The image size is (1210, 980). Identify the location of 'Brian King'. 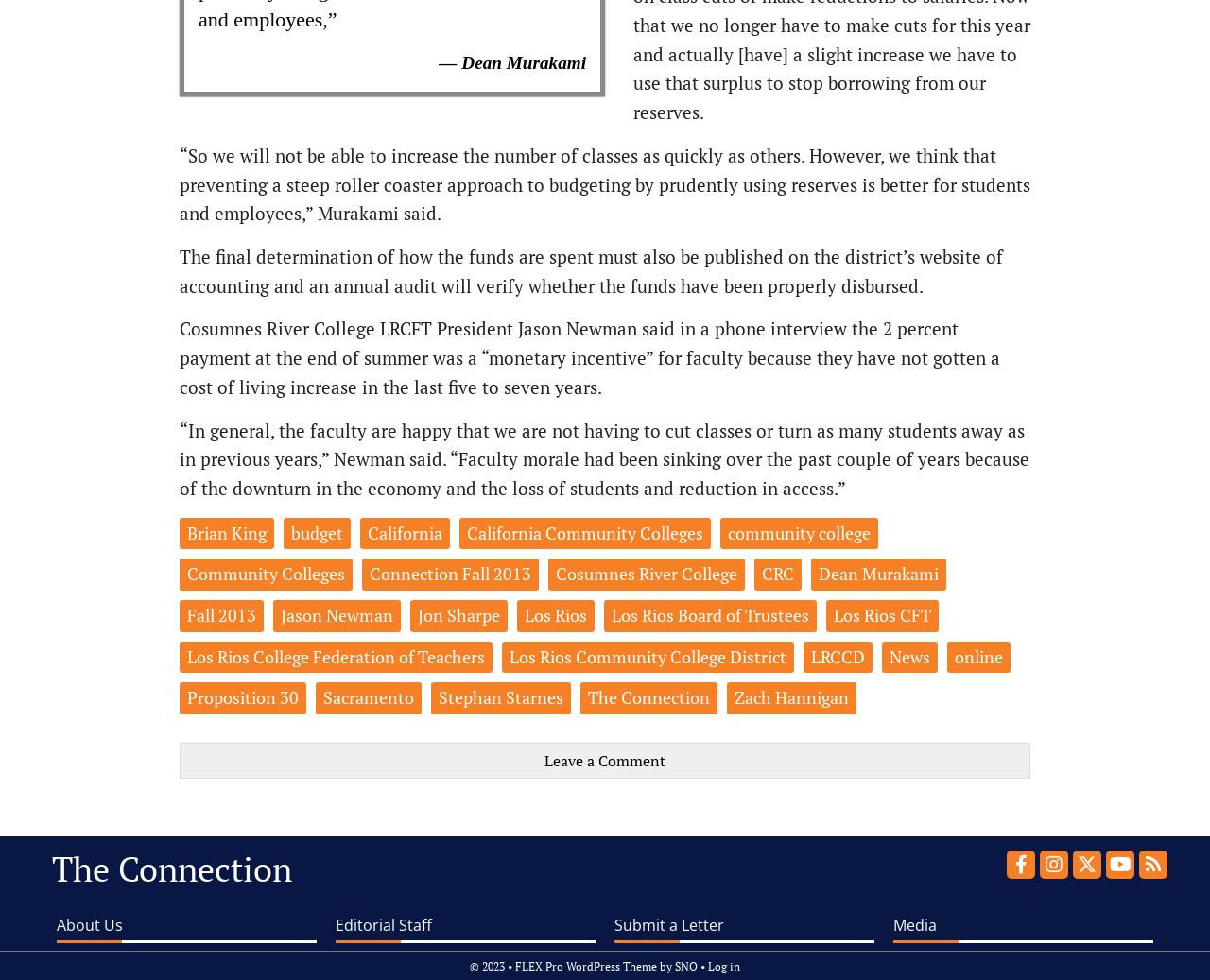
(227, 531).